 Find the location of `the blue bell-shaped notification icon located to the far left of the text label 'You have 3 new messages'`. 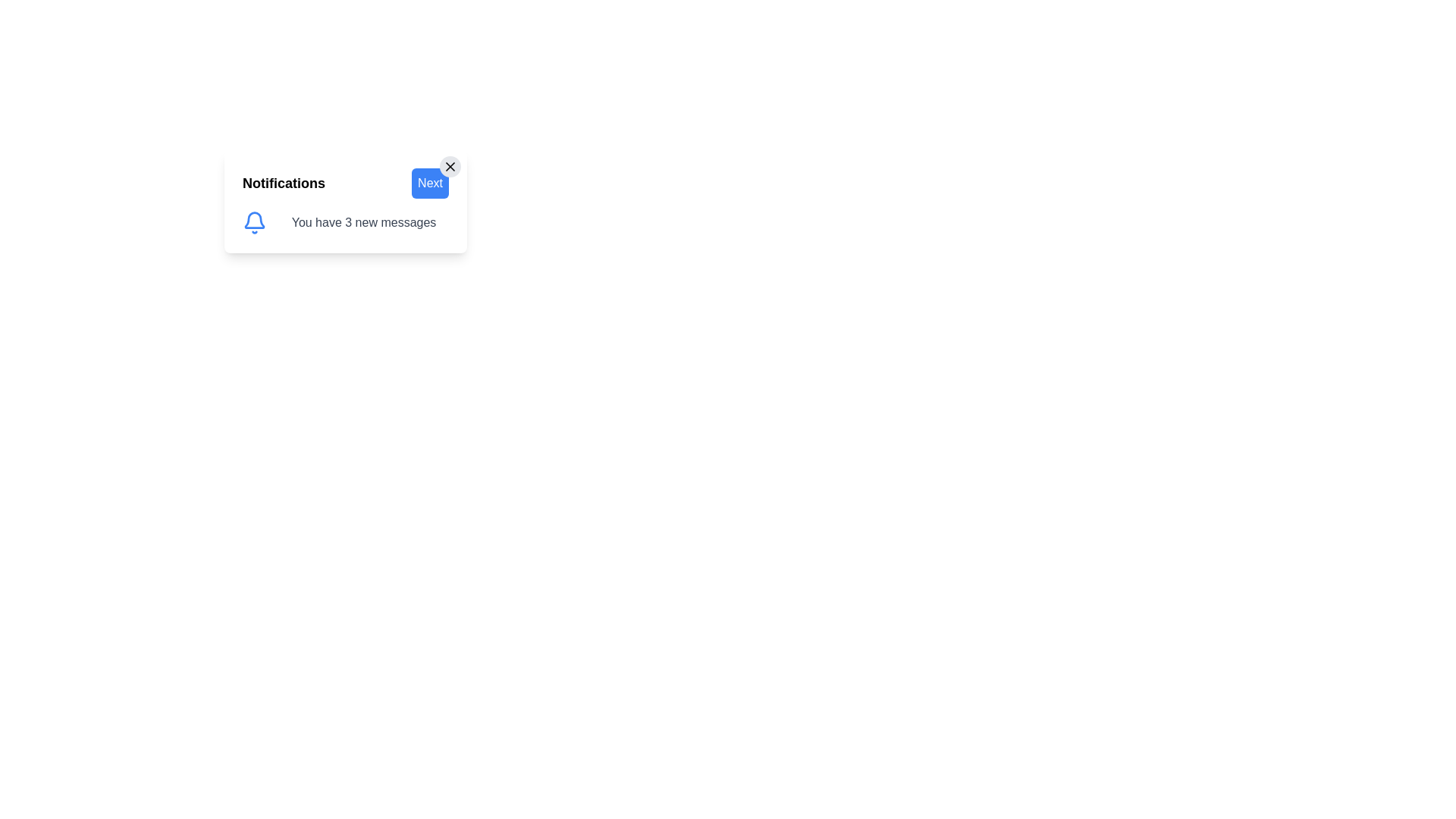

the blue bell-shaped notification icon located to the far left of the text label 'You have 3 new messages' is located at coordinates (255, 222).